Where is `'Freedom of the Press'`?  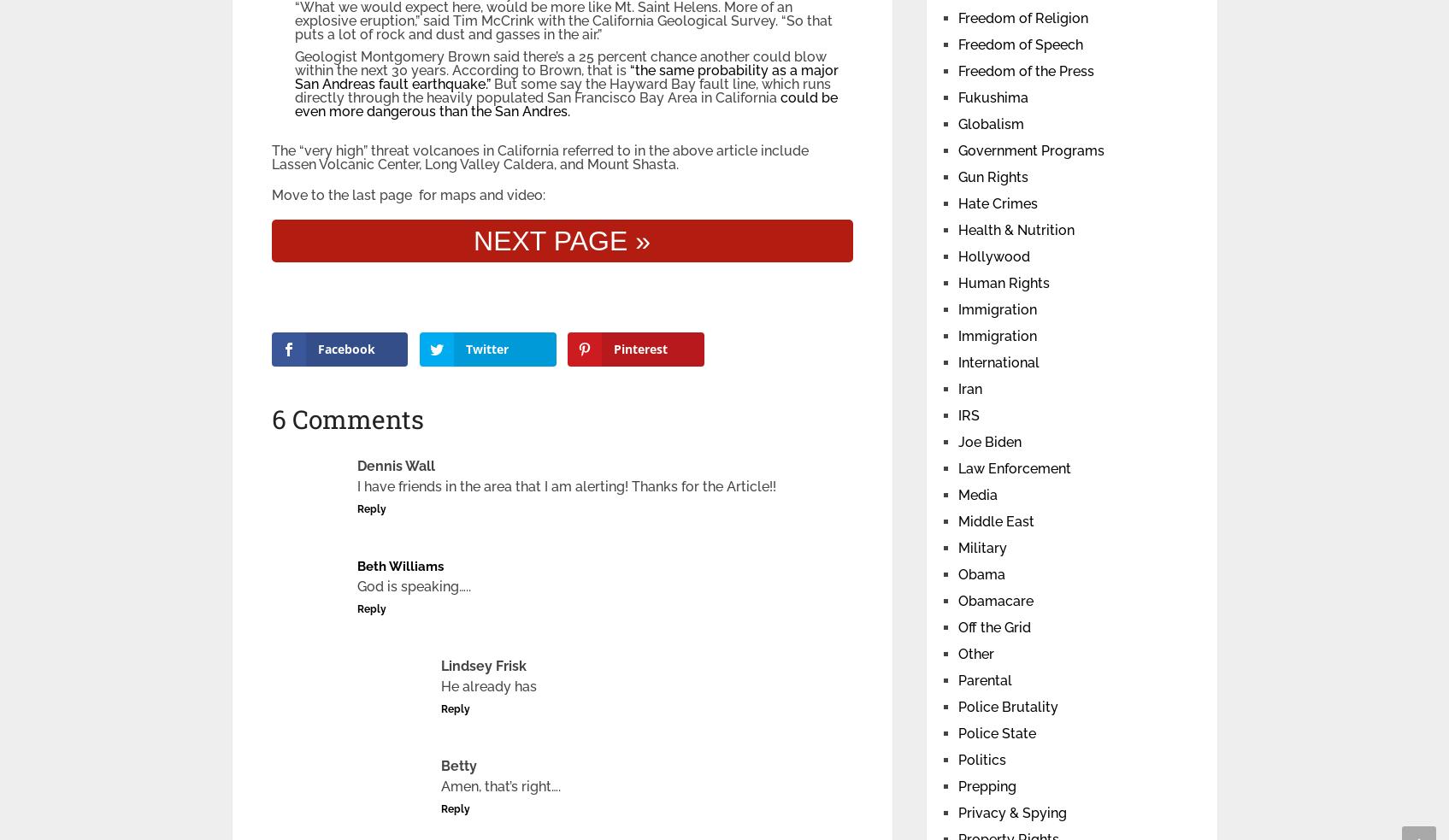
'Freedom of the Press' is located at coordinates (1025, 70).